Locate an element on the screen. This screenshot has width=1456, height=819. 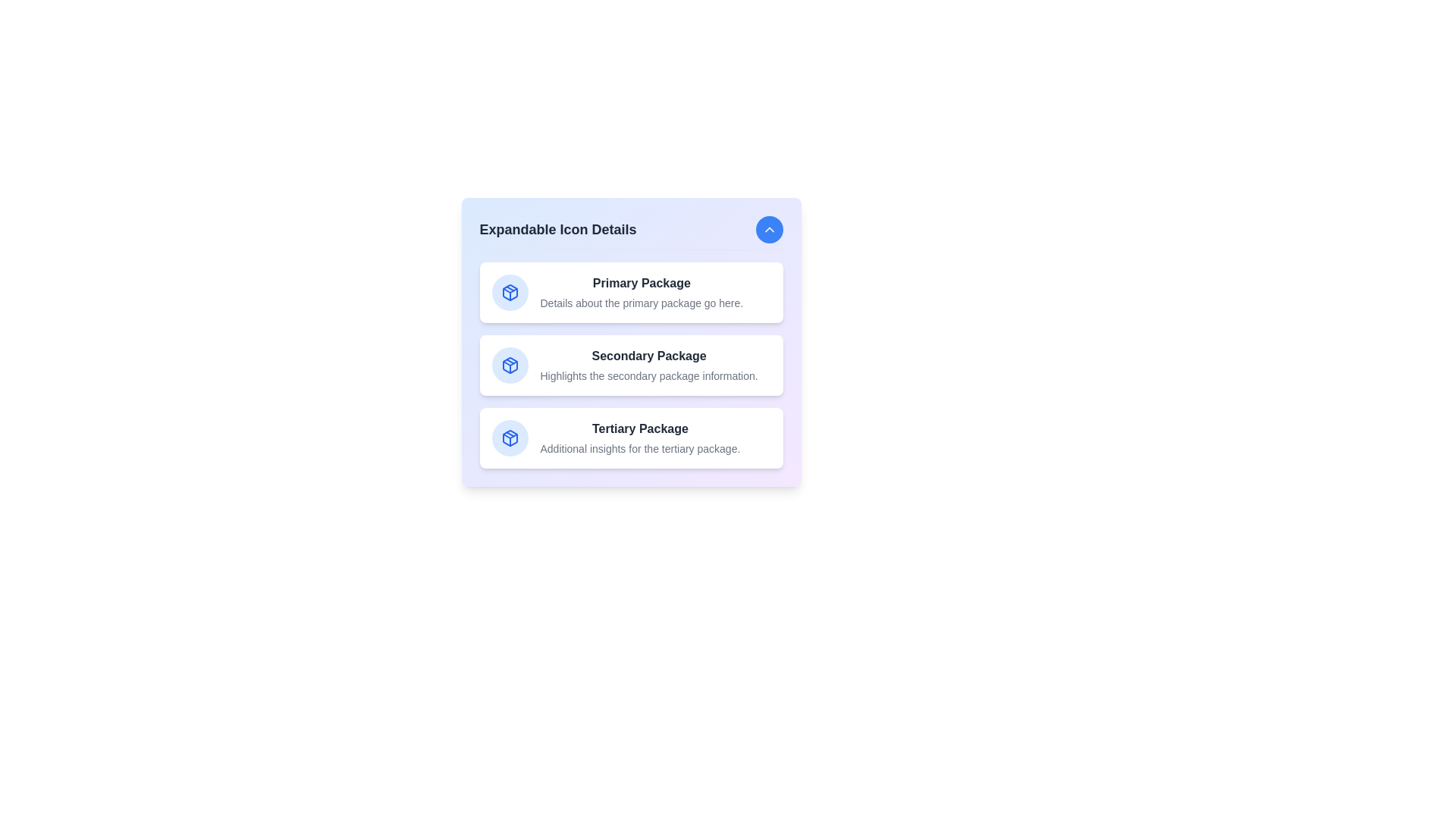
text content in the 'Tertiary Package' text block, which is the third item in a vertically aligned list, located between the 'Secondary Package' and the bottom margin of its containing card is located at coordinates (640, 438).